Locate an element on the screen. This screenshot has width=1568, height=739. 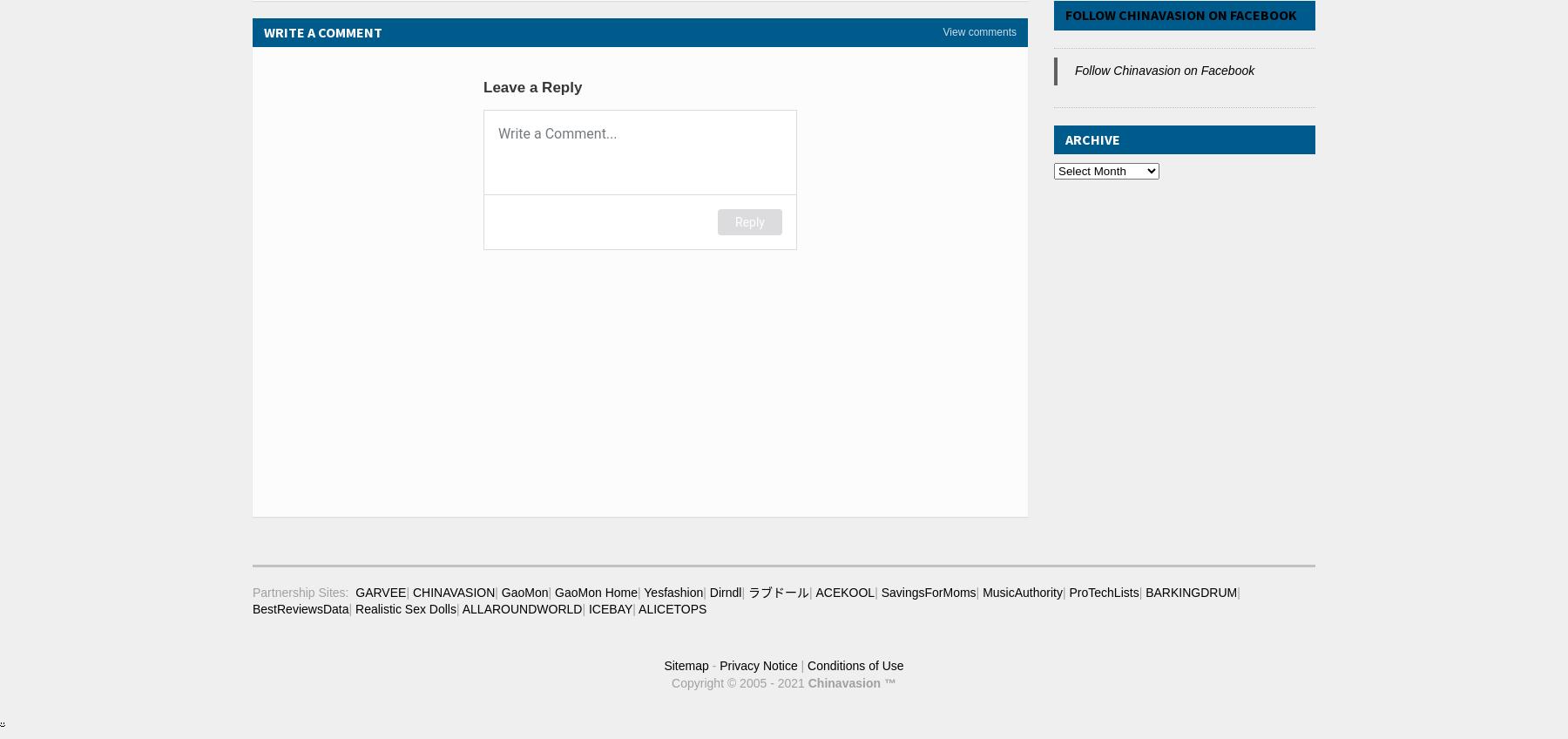
':' is located at coordinates (345, 590).